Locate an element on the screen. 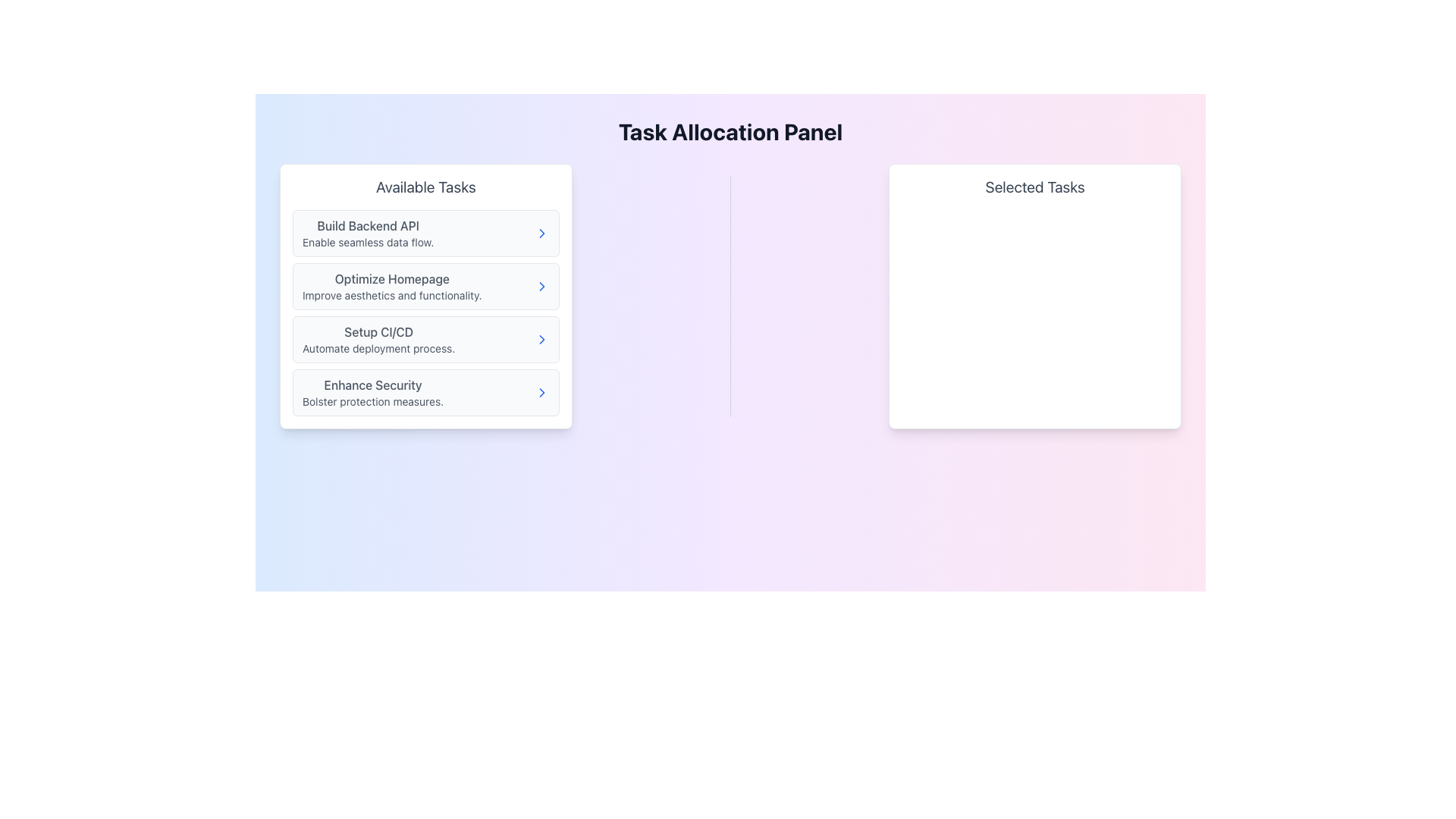 This screenshot has height=819, width=1456. the rightward chevron icon located within the second list item of the 'Available Tasks' section, which is labeled 'Optimize Homepage.' is located at coordinates (541, 287).